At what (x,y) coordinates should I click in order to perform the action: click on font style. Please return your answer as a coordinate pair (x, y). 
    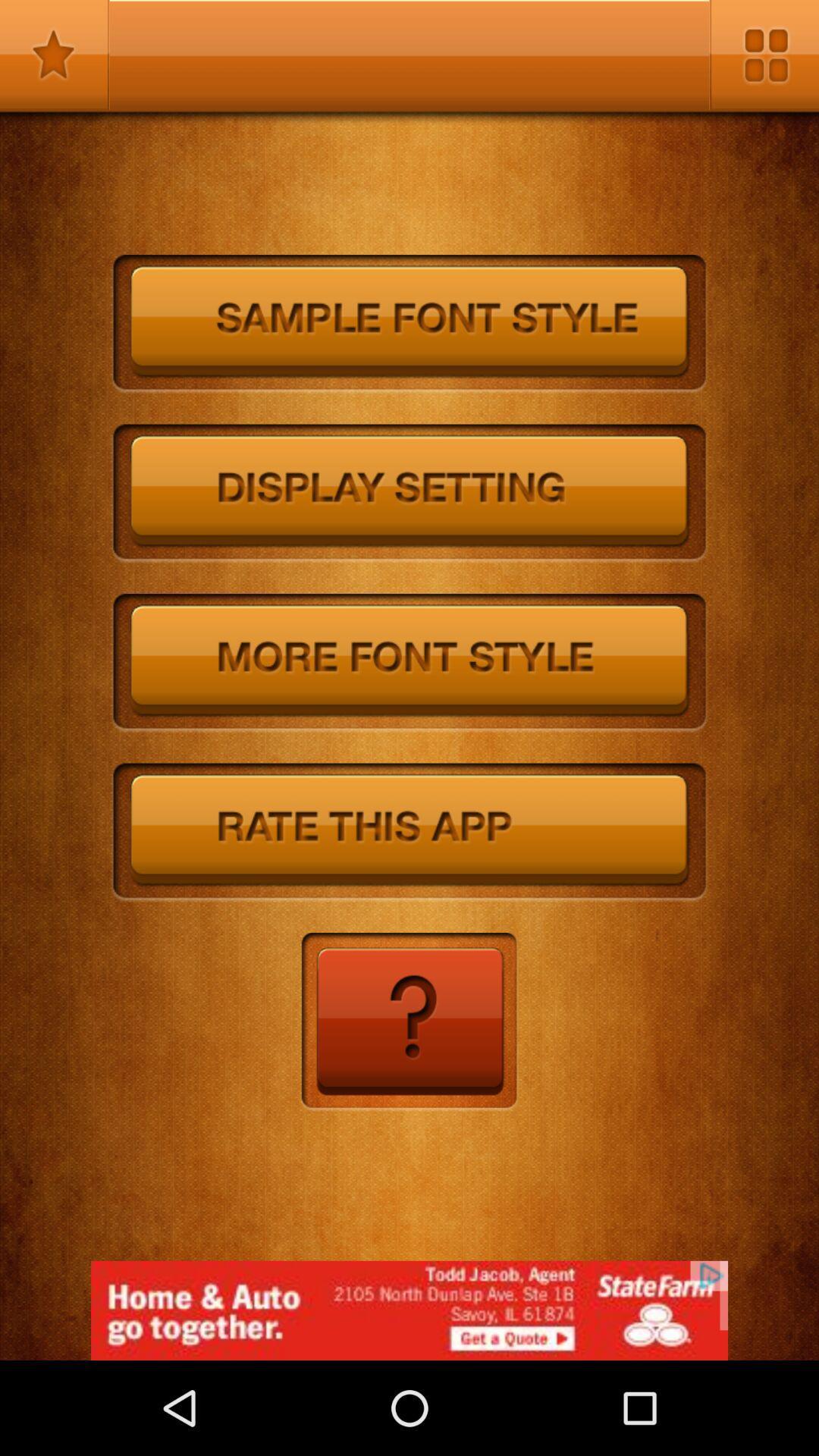
    Looking at the image, I should click on (409, 323).